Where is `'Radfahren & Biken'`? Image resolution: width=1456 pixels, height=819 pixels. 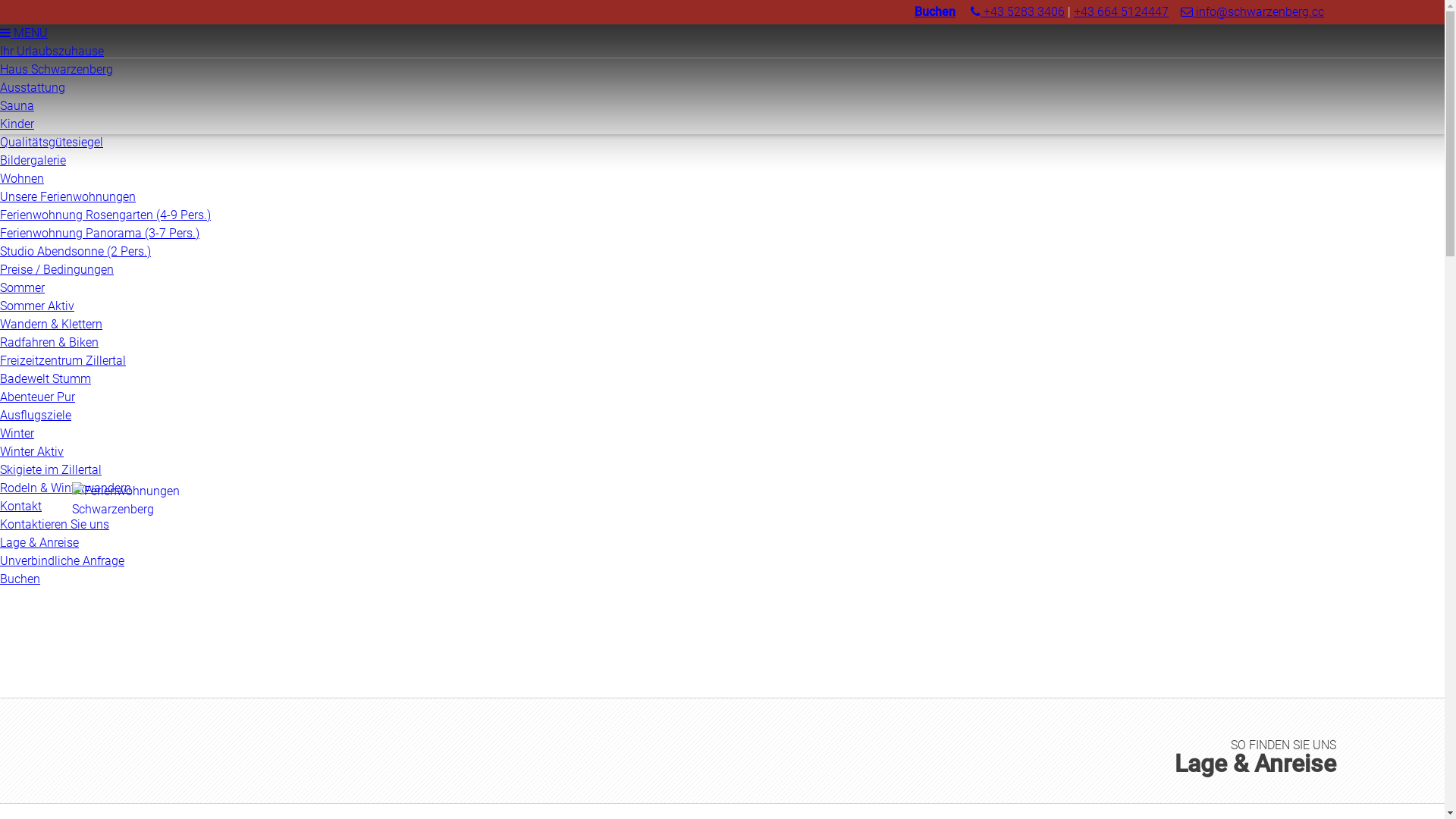 'Radfahren & Biken' is located at coordinates (49, 342).